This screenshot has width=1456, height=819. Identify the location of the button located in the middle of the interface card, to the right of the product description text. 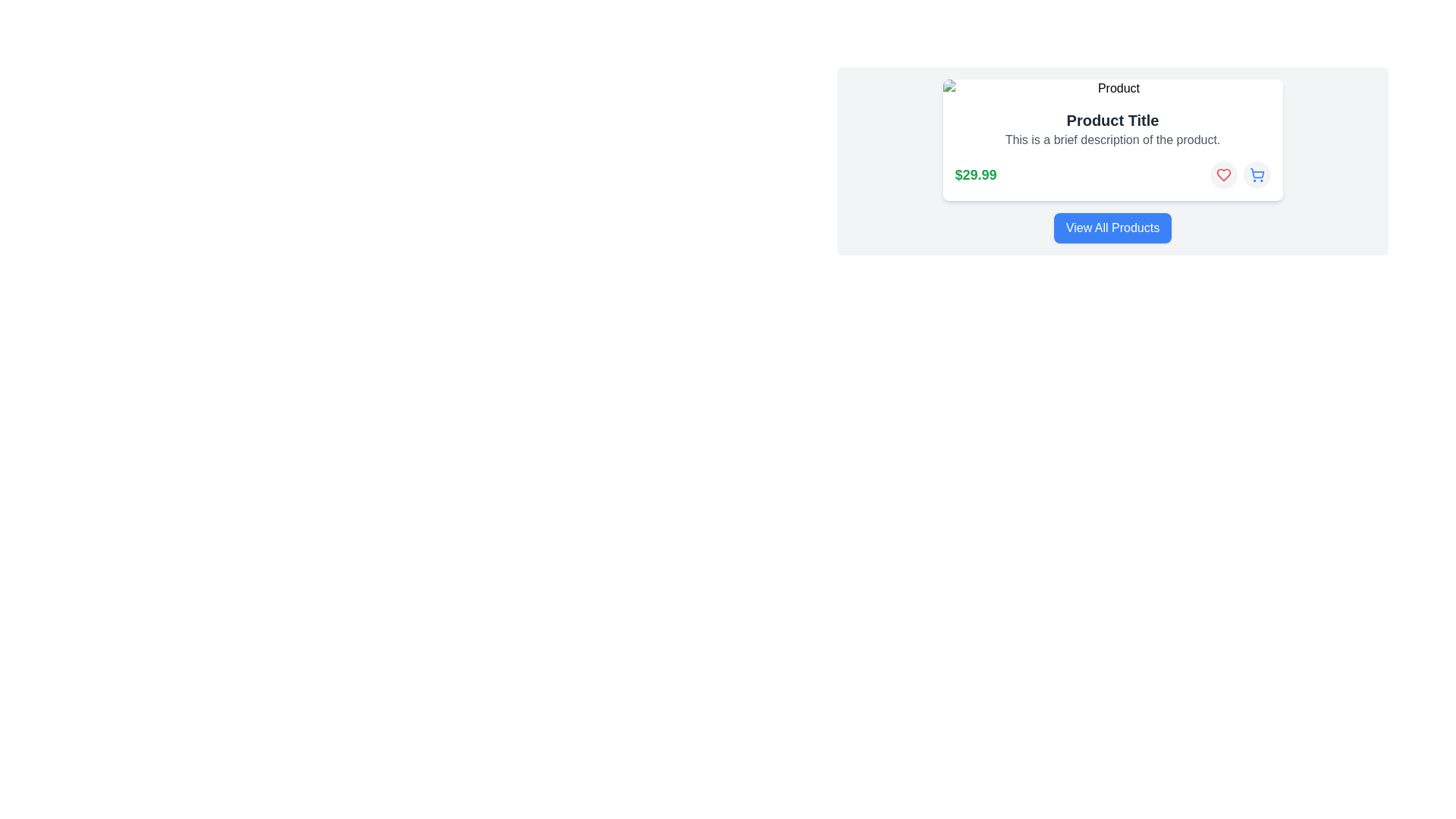
(1223, 174).